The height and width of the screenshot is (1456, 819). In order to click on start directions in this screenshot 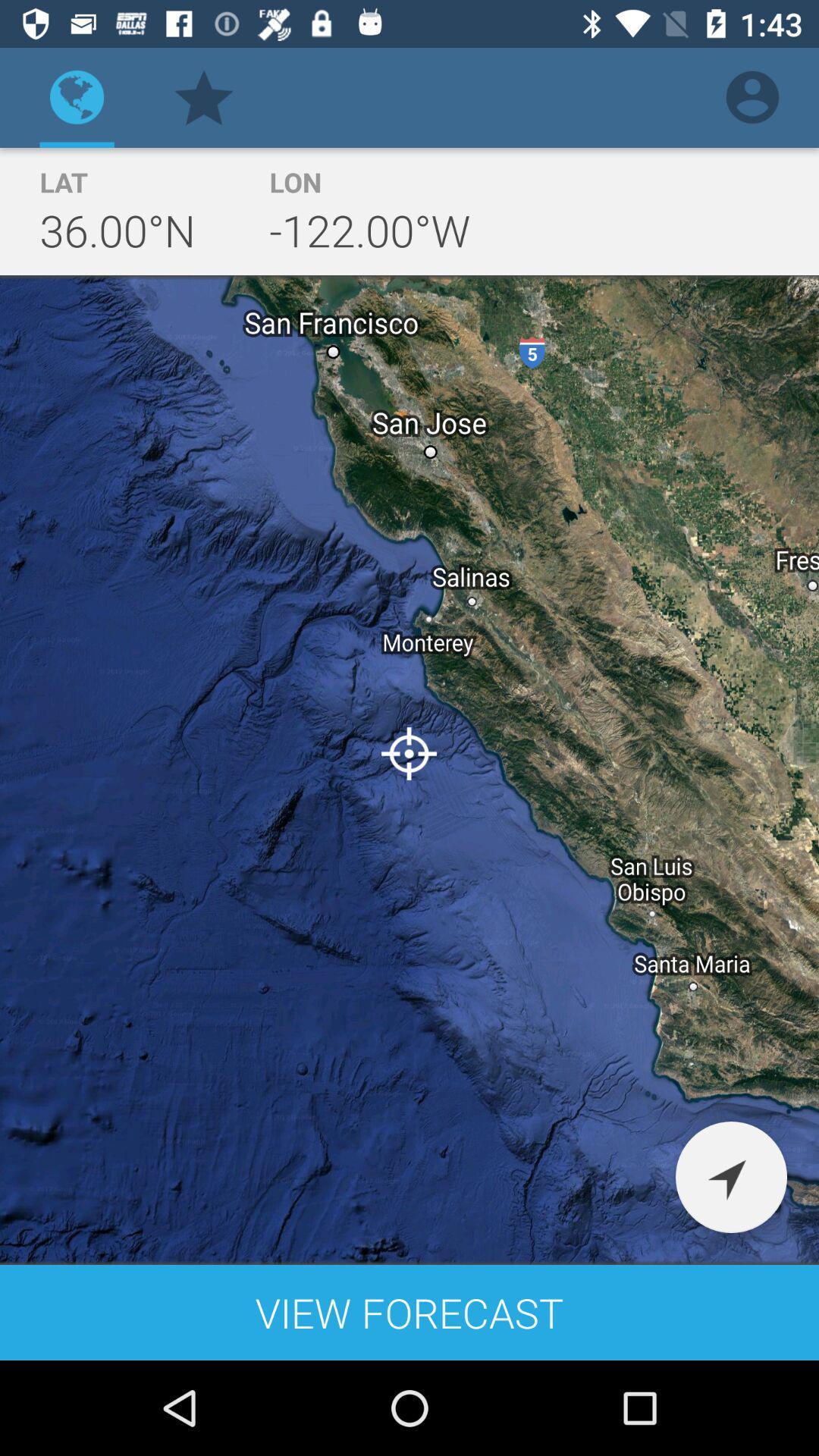, I will do `click(730, 1176)`.